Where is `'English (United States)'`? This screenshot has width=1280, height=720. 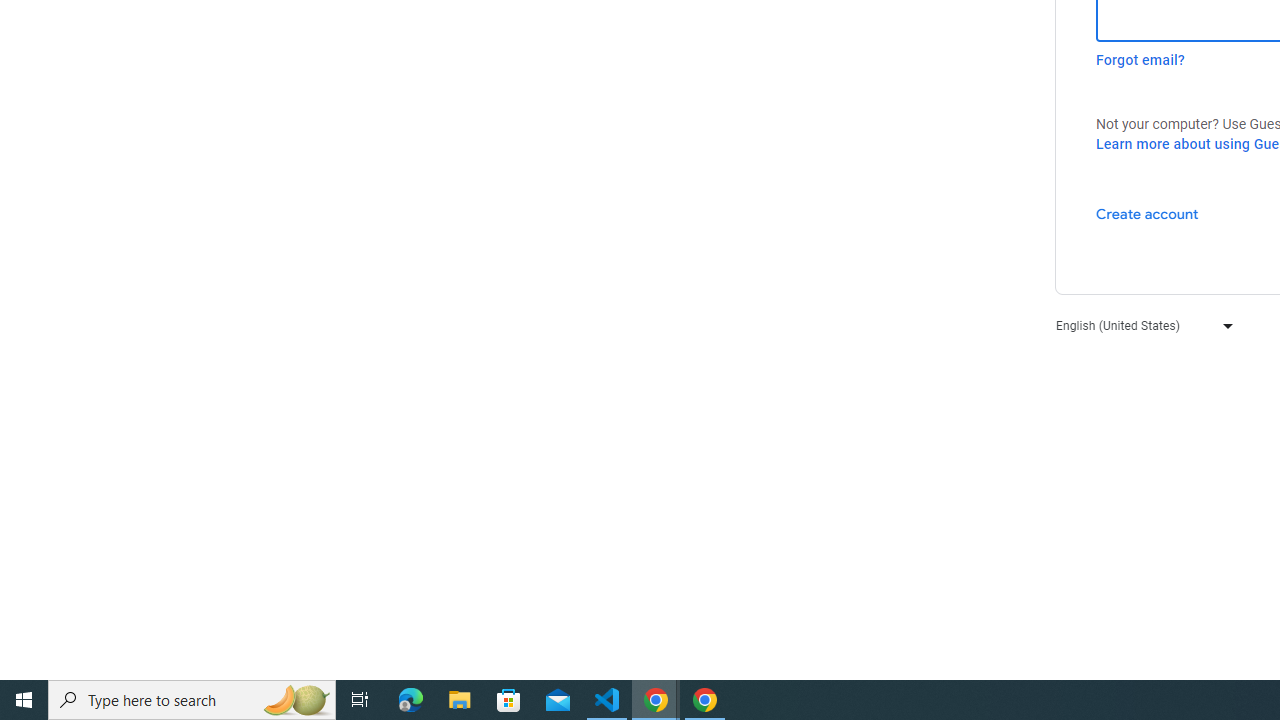
'English (United States)' is located at coordinates (1139, 324).